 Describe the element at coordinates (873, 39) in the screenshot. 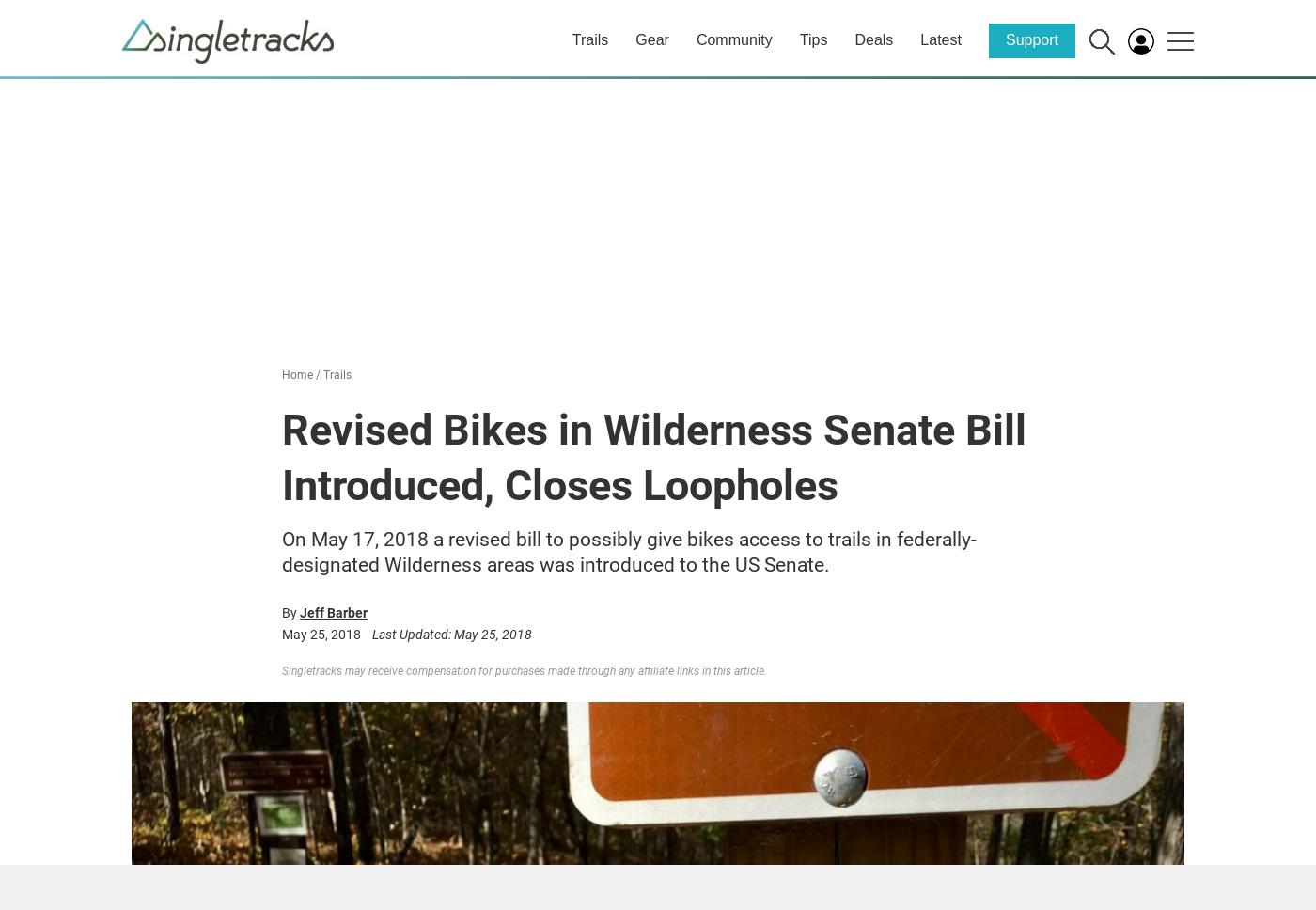

I see `'Deals'` at that location.